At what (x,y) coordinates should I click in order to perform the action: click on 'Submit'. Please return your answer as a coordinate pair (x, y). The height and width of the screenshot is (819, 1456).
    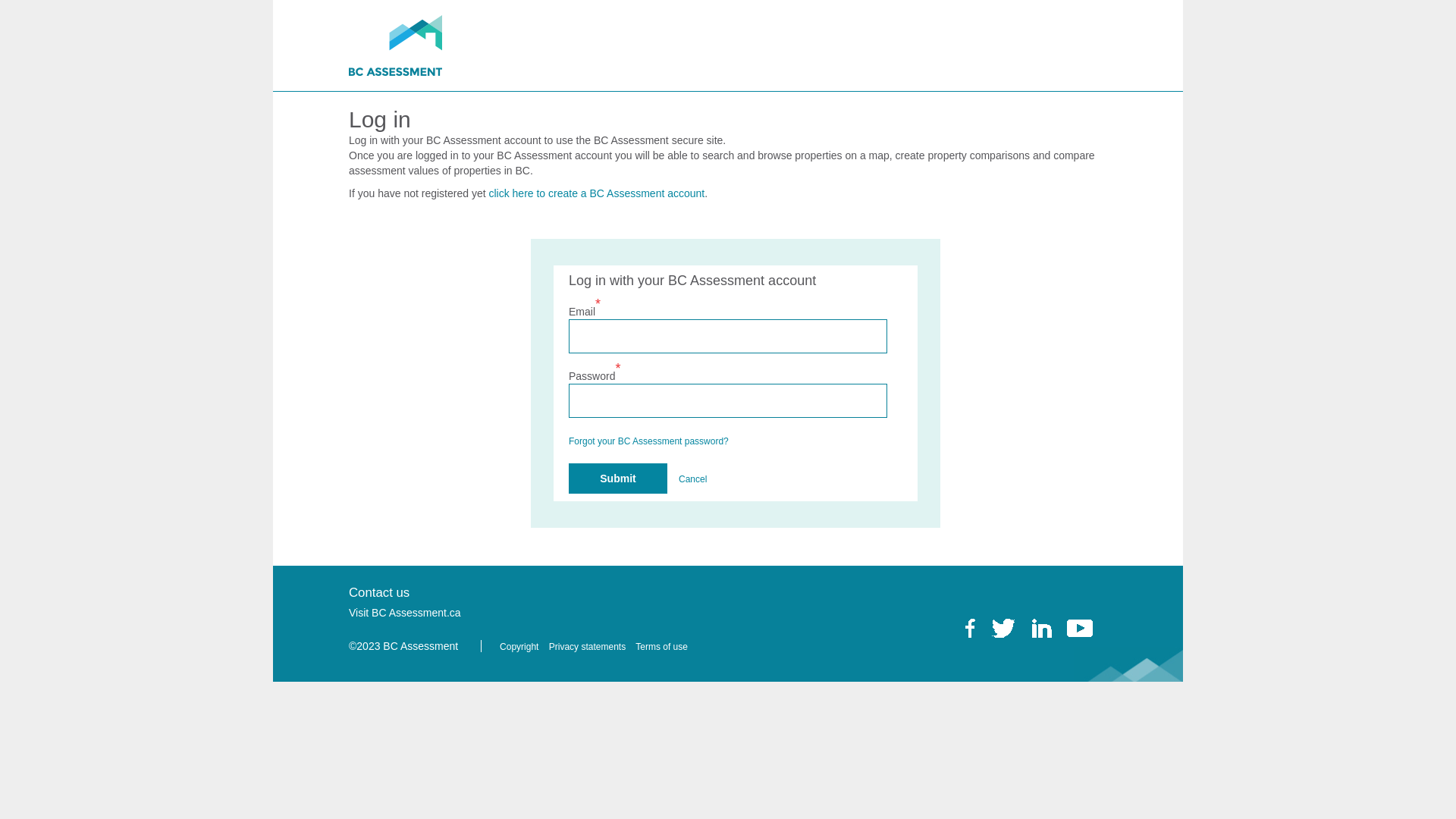
    Looking at the image, I should click on (618, 479).